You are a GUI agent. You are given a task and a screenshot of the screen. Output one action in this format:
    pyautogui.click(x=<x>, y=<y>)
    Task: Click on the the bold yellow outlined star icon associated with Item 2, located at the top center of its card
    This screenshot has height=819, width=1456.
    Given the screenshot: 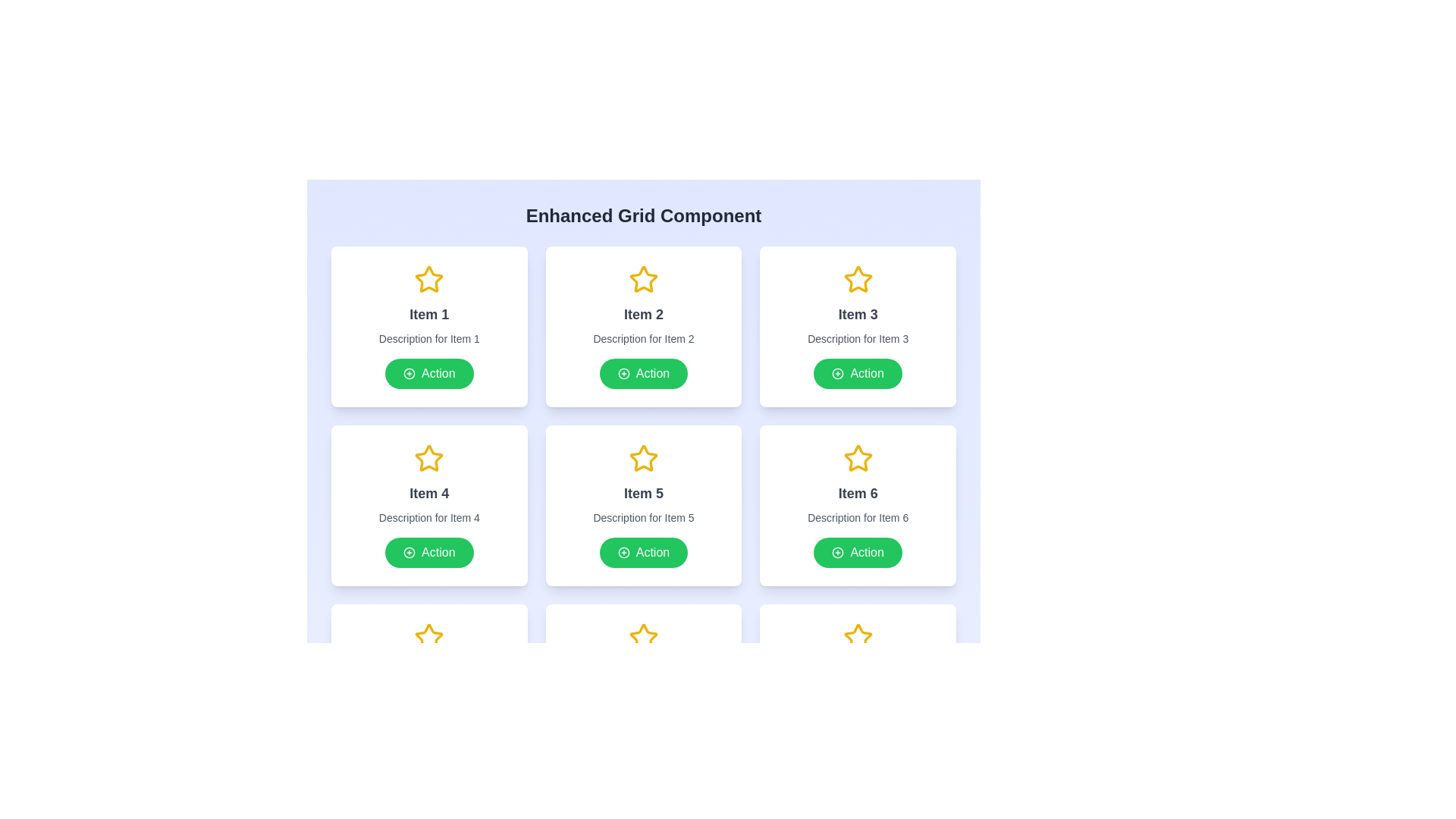 What is the action you would take?
    pyautogui.click(x=644, y=279)
    